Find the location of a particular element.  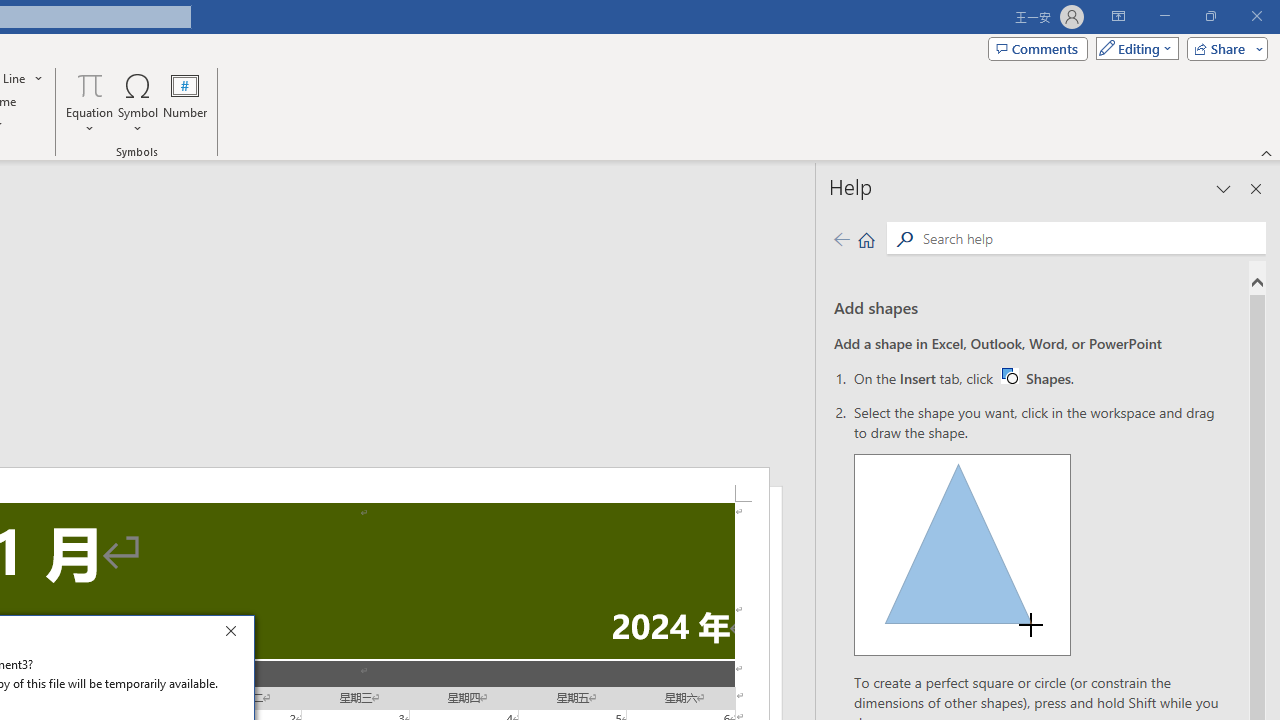

'Previous page' is located at coordinates (841, 238).